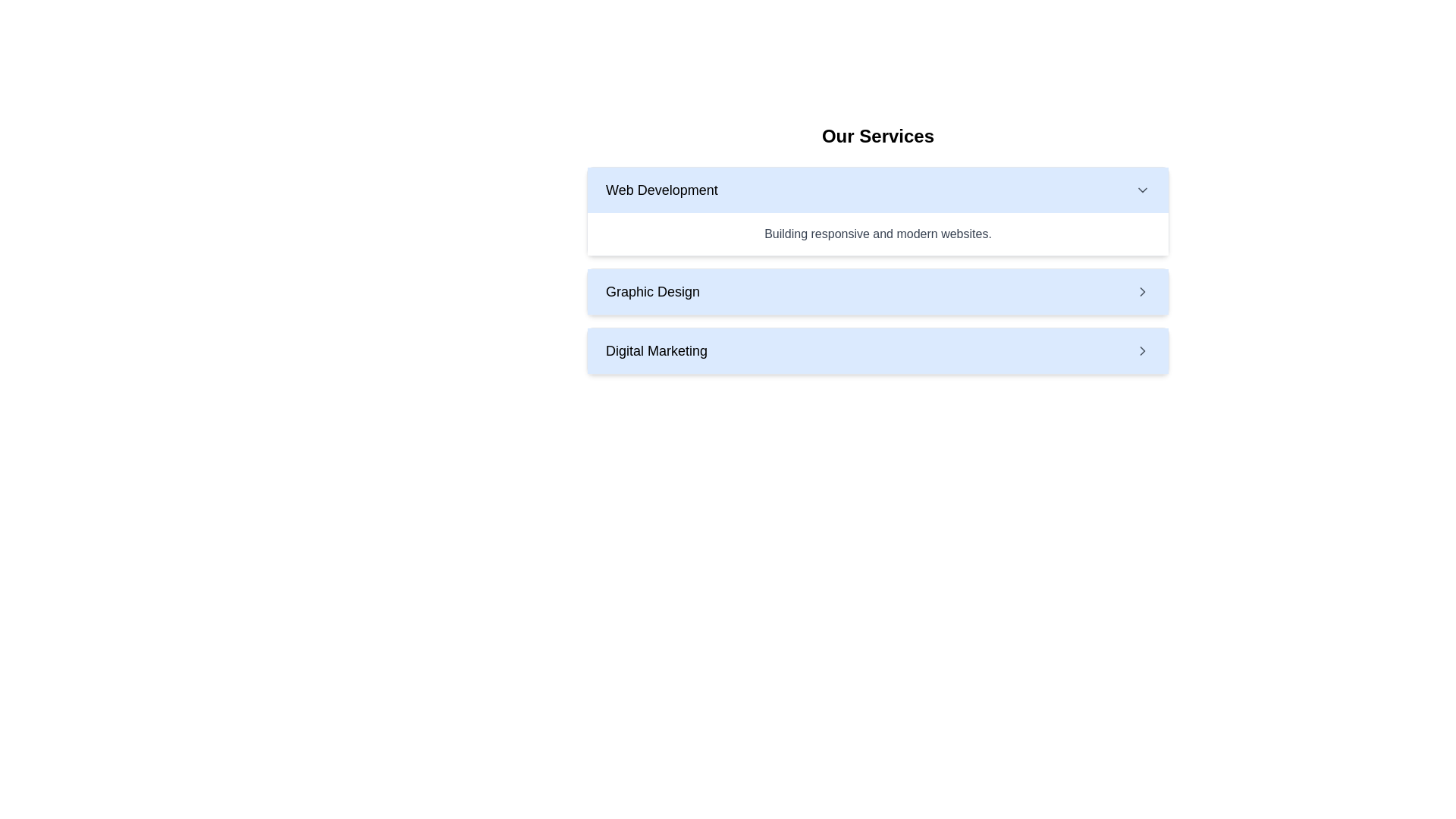 Image resolution: width=1456 pixels, height=819 pixels. I want to click on the right-facing chevron icon/button located to the far right of the 'Graphic Design' row, so click(1143, 292).